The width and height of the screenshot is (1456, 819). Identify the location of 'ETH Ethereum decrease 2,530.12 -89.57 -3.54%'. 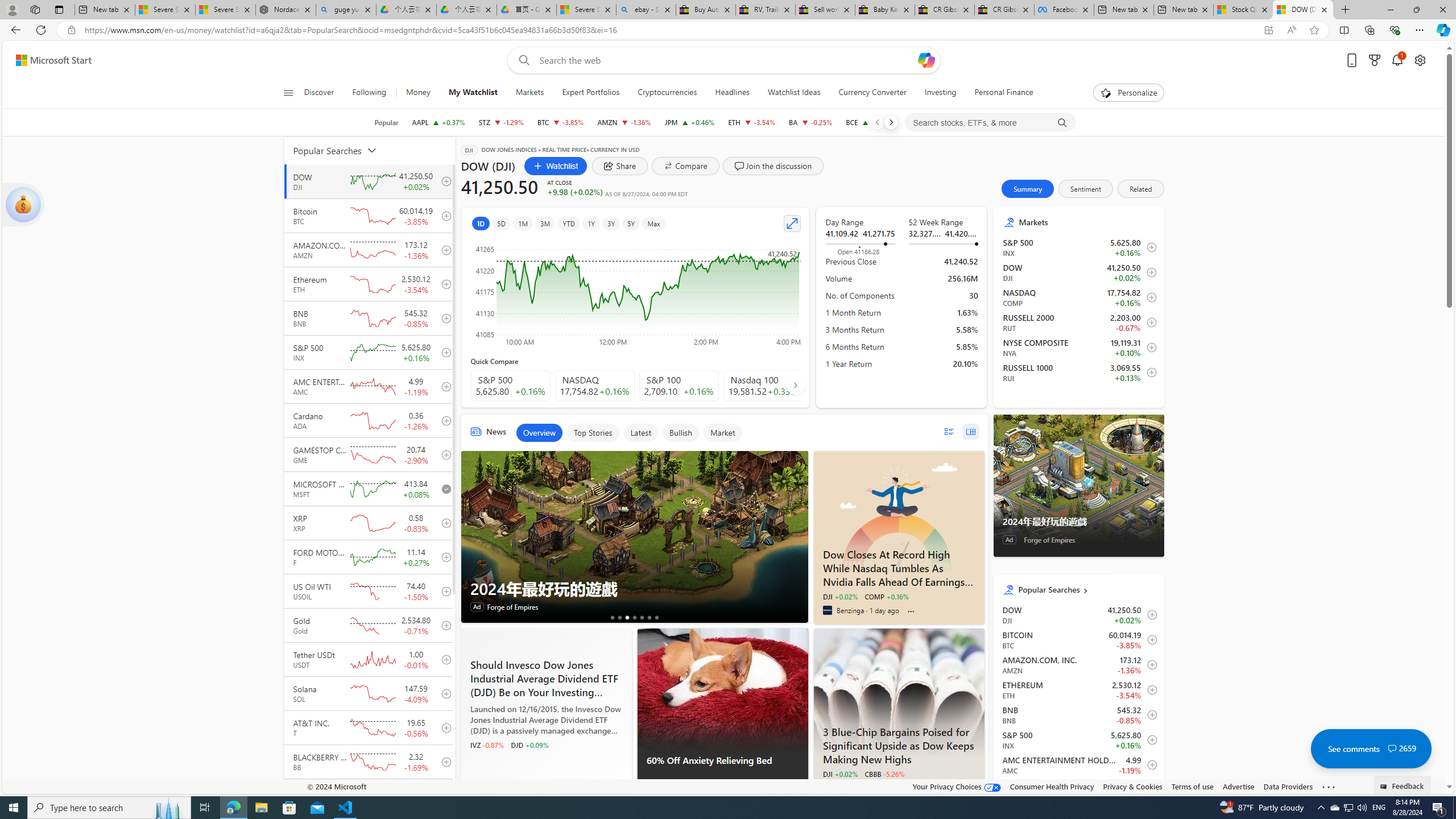
(751, 122).